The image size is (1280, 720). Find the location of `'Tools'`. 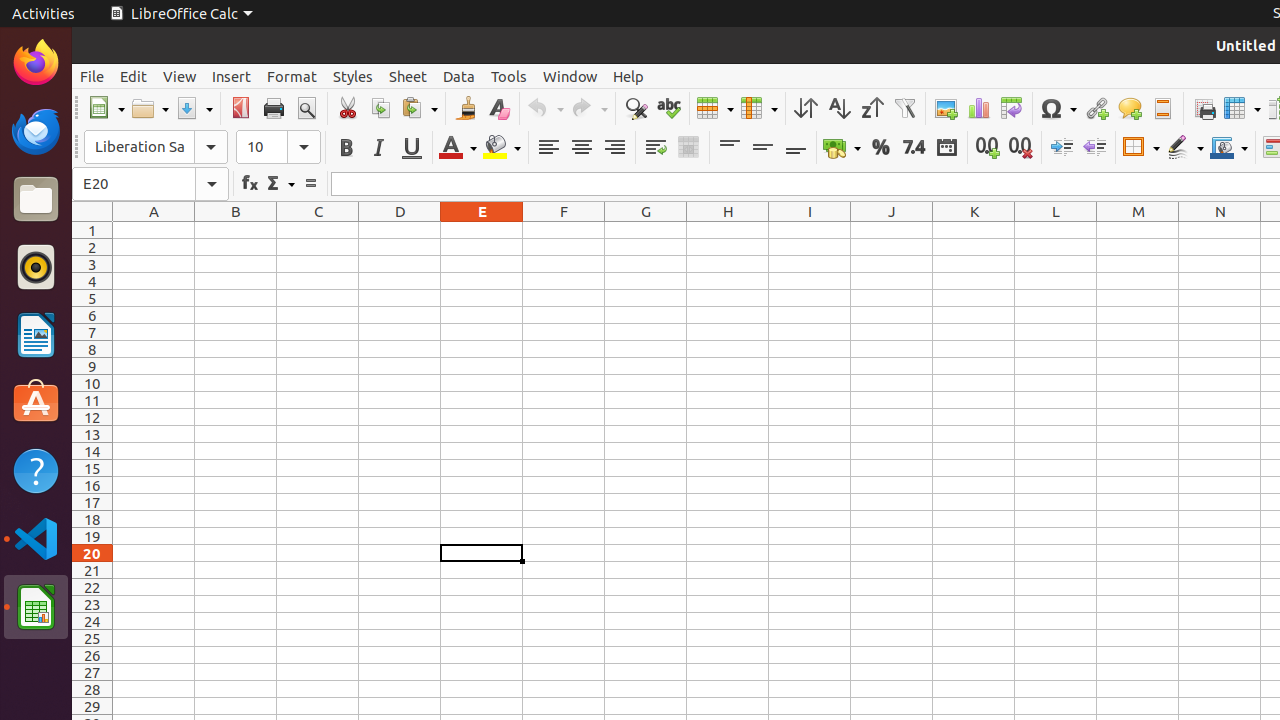

'Tools' is located at coordinates (509, 75).